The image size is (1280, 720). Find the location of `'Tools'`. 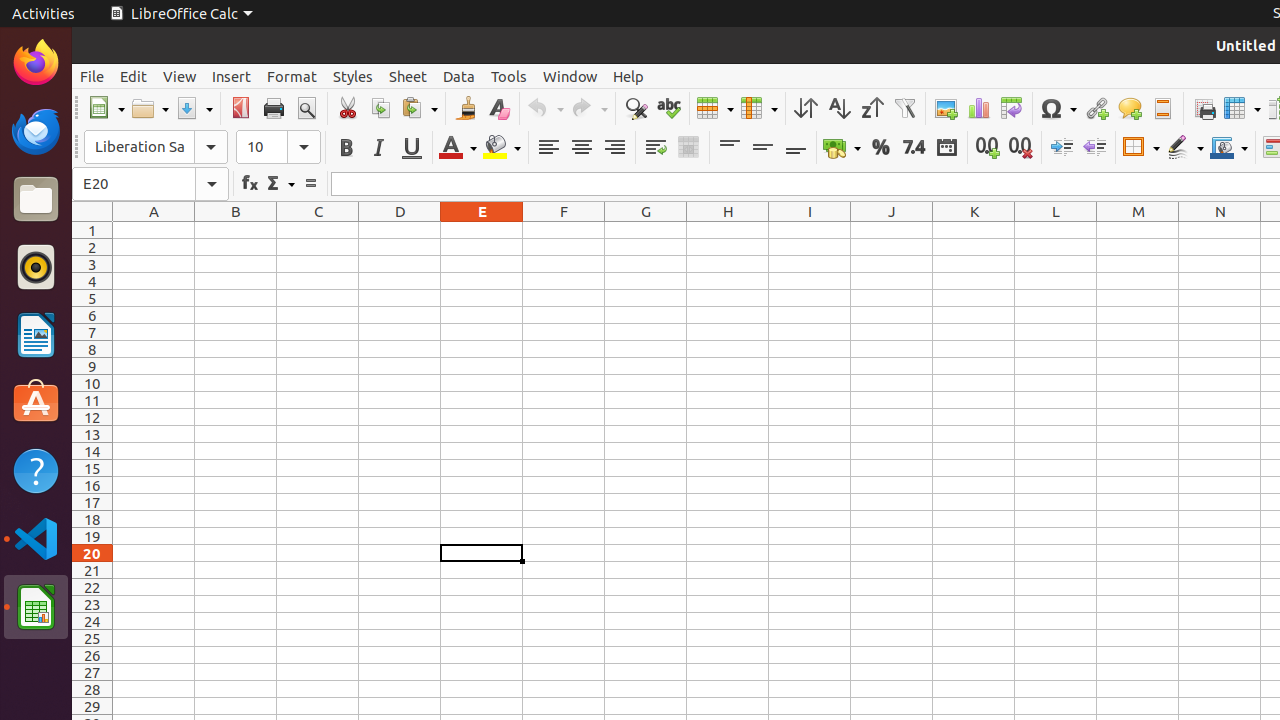

'Tools' is located at coordinates (509, 75).